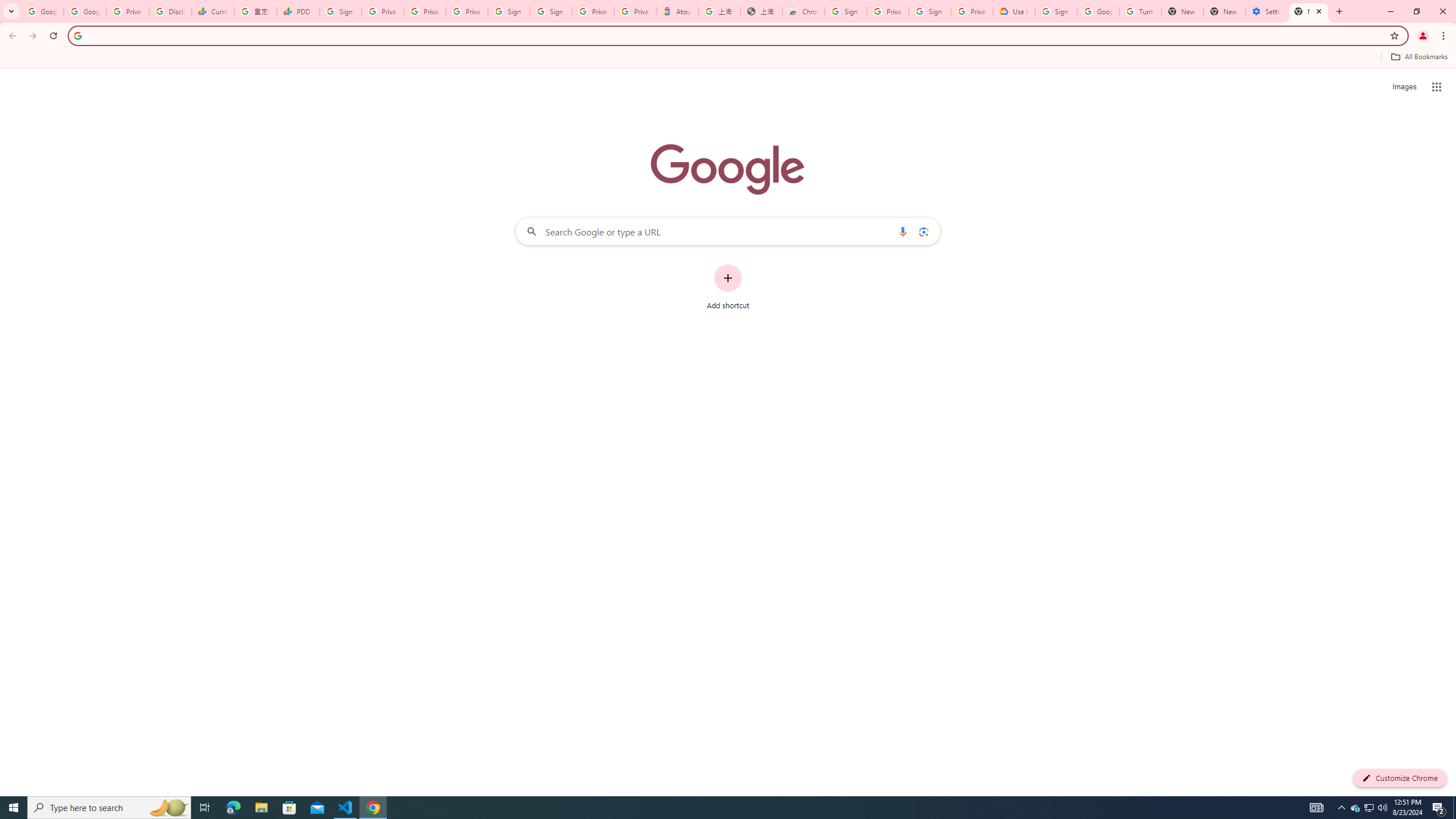  I want to click on 'New Tab', so click(1308, 11).